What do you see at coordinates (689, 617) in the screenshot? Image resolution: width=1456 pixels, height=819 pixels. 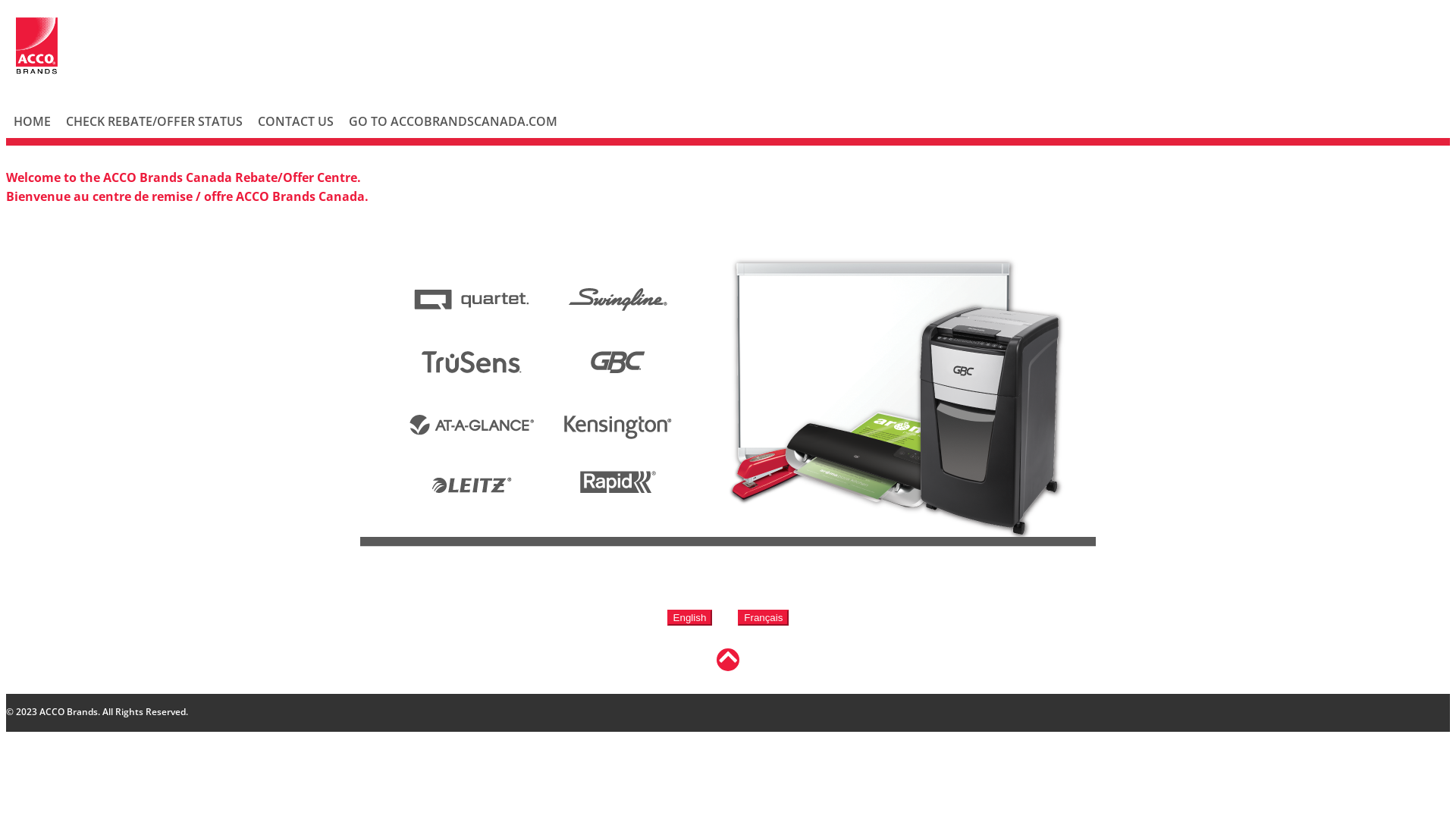 I see `'English'` at bounding box center [689, 617].